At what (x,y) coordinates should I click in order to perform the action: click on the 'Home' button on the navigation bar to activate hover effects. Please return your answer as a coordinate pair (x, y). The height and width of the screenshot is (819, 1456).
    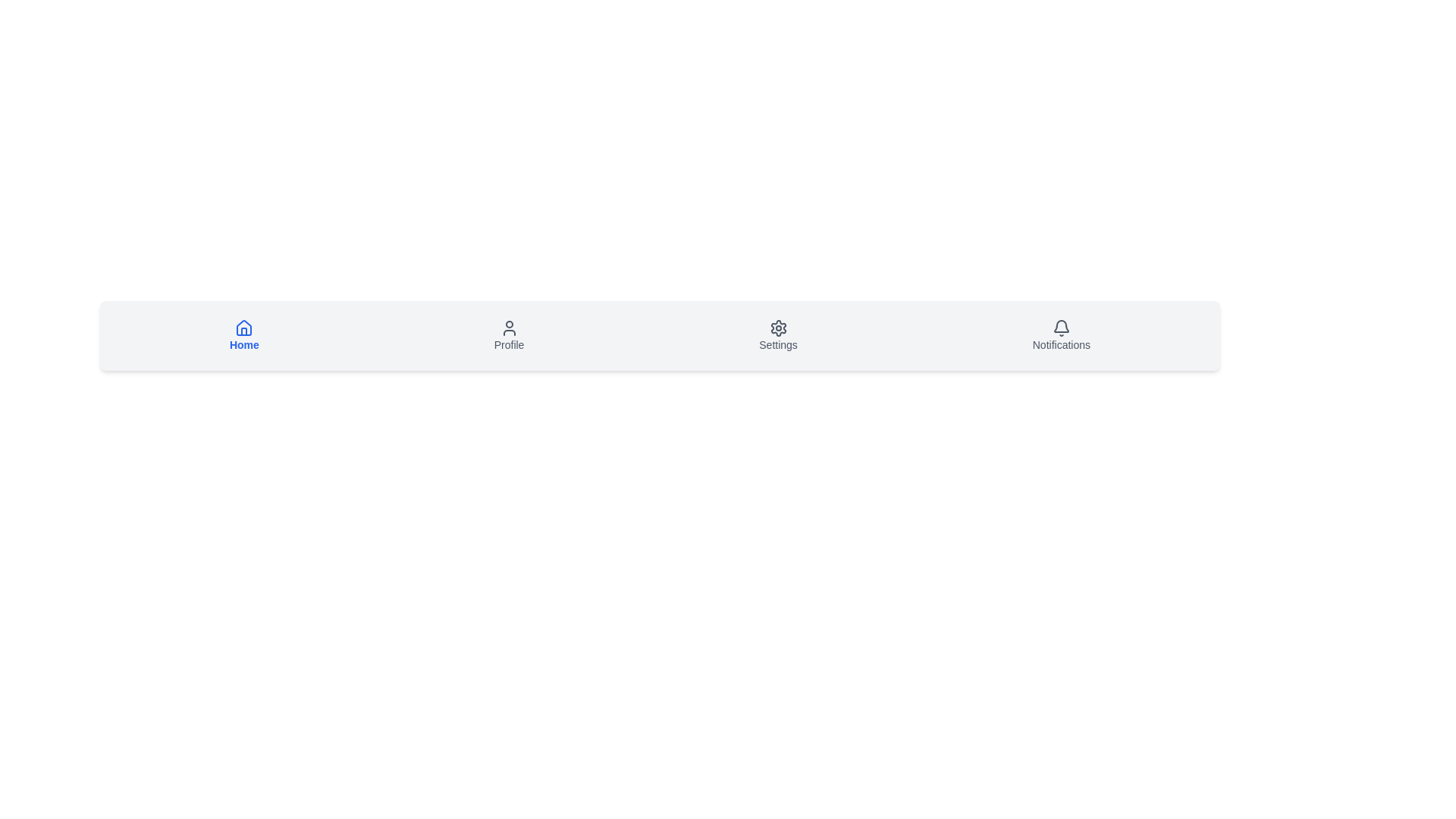
    Looking at the image, I should click on (244, 335).